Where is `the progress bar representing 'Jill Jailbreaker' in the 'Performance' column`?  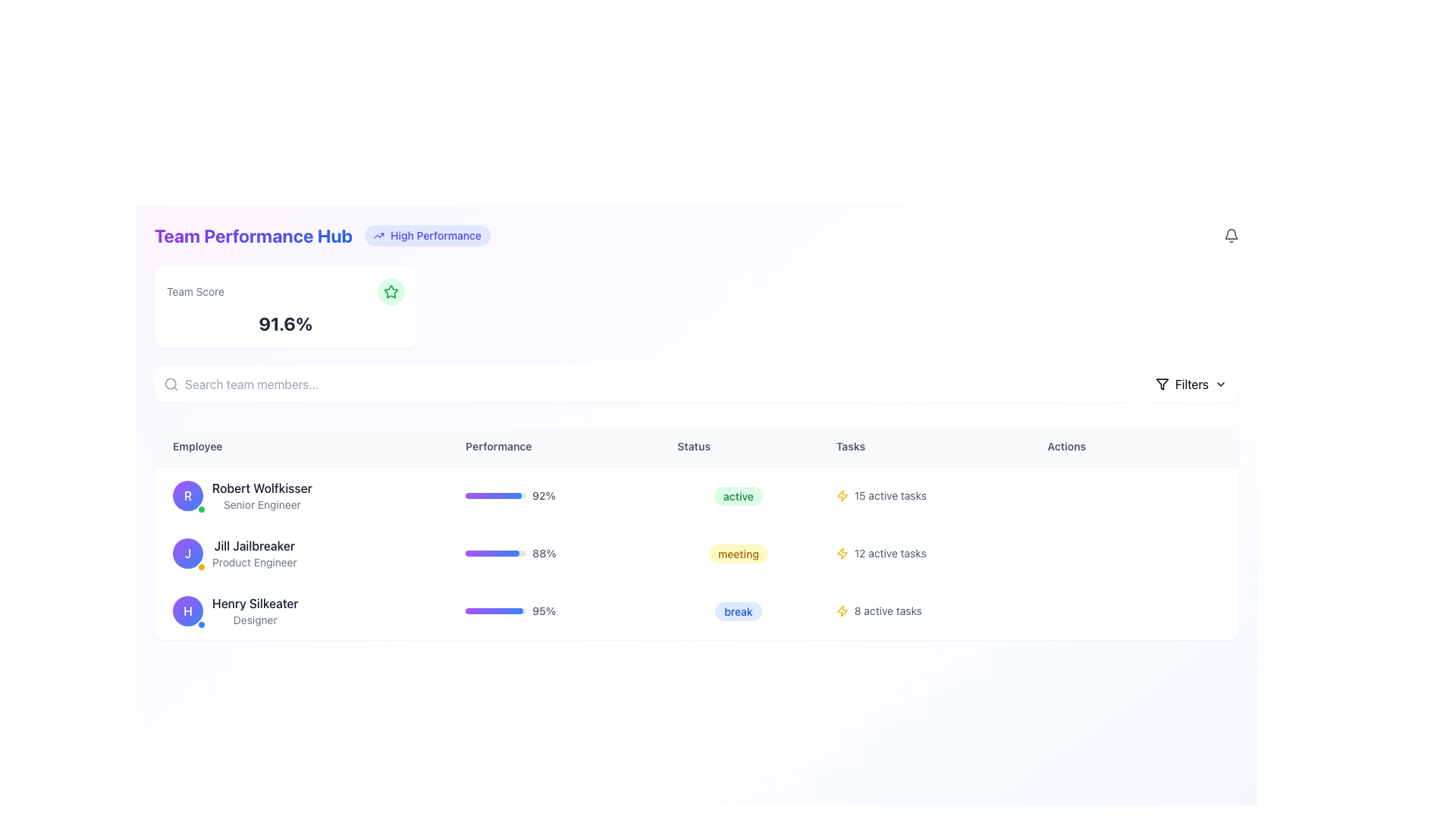 the progress bar representing 'Jill Jailbreaker' in the 'Performance' column is located at coordinates (552, 553).